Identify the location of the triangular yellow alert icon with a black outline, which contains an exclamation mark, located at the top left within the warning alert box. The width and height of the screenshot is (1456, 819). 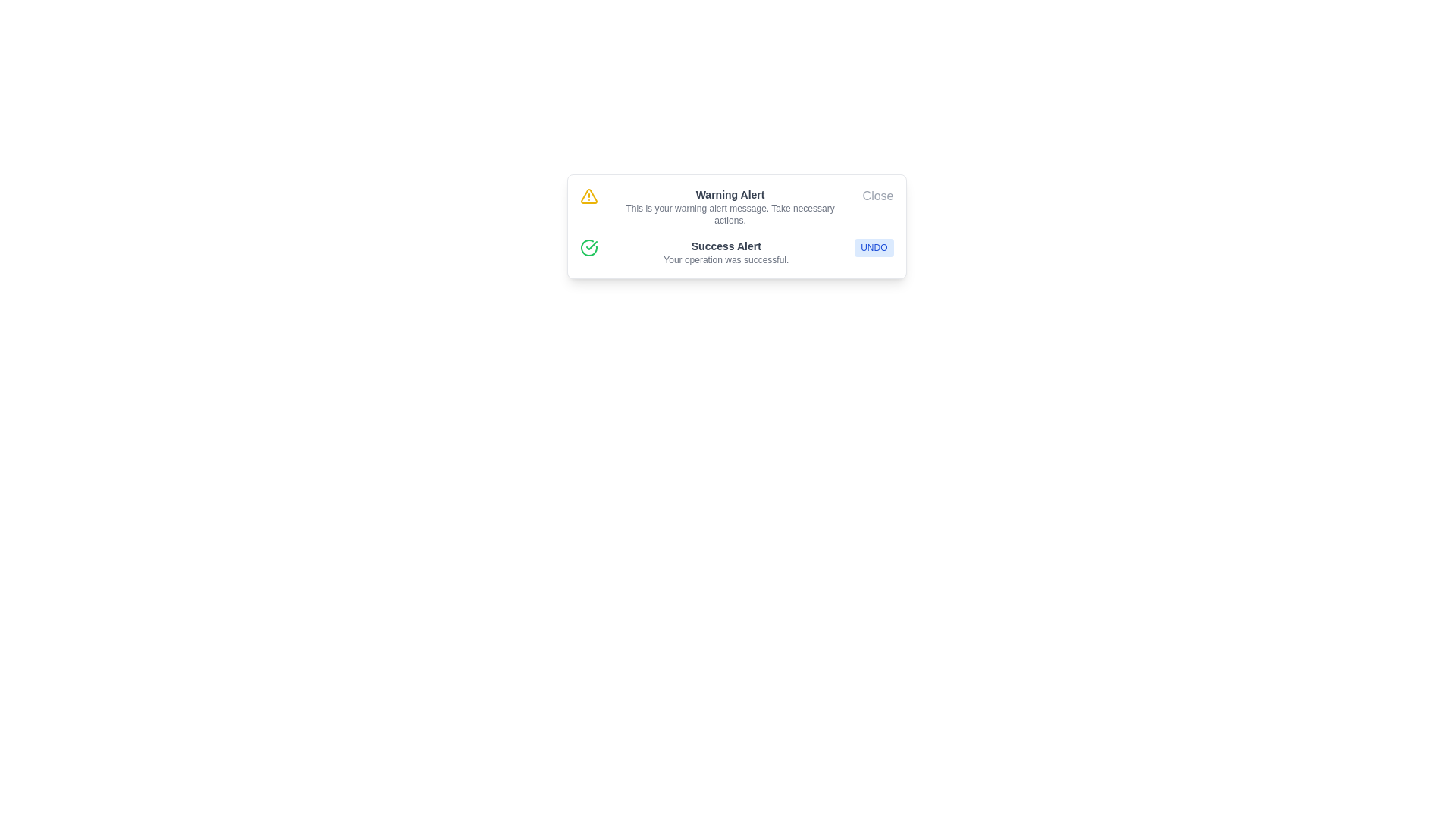
(588, 195).